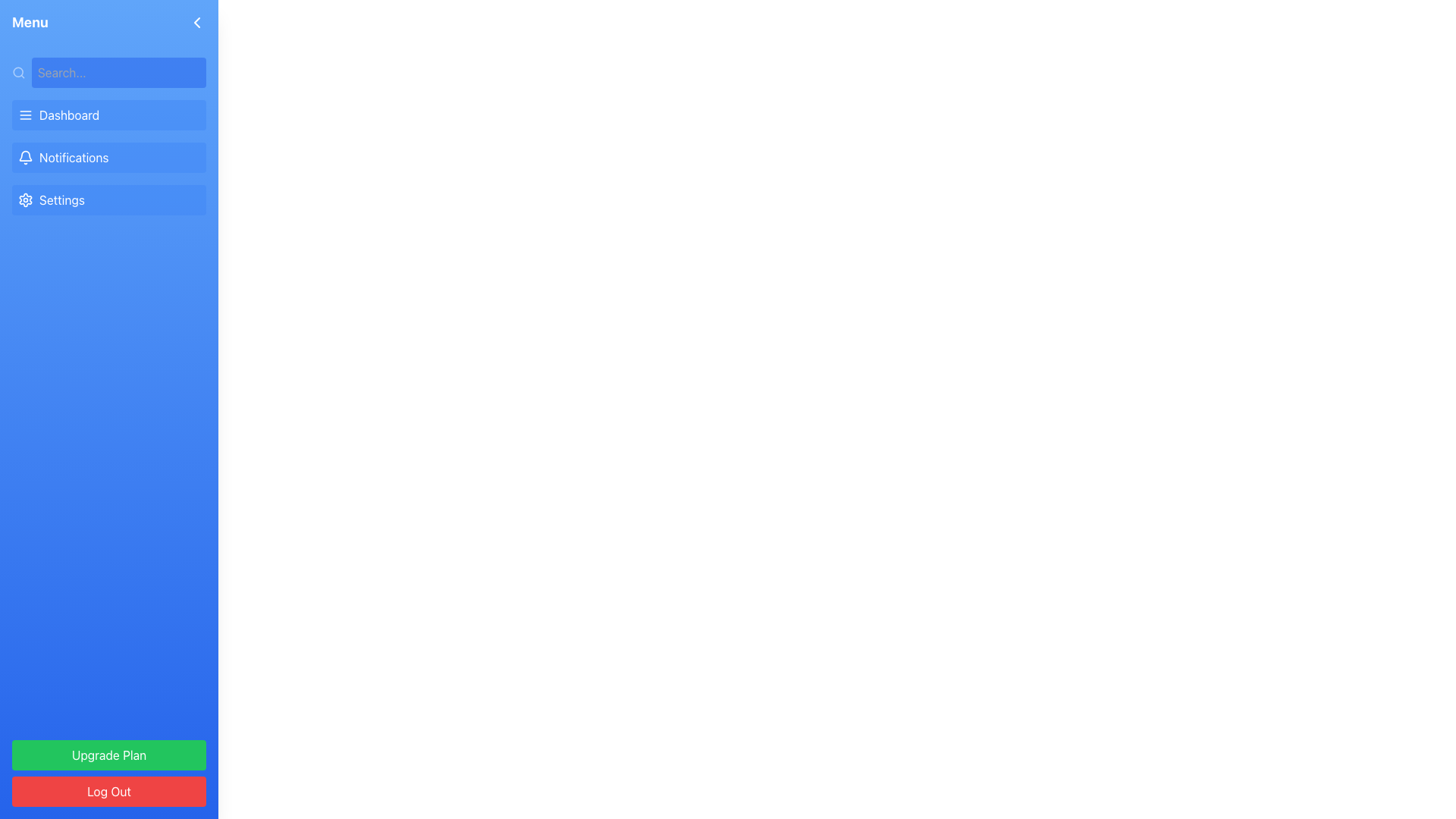  I want to click on the Text Label located near the top-left corner of the interface, which serves as a heading for the menu section, so click(30, 23).